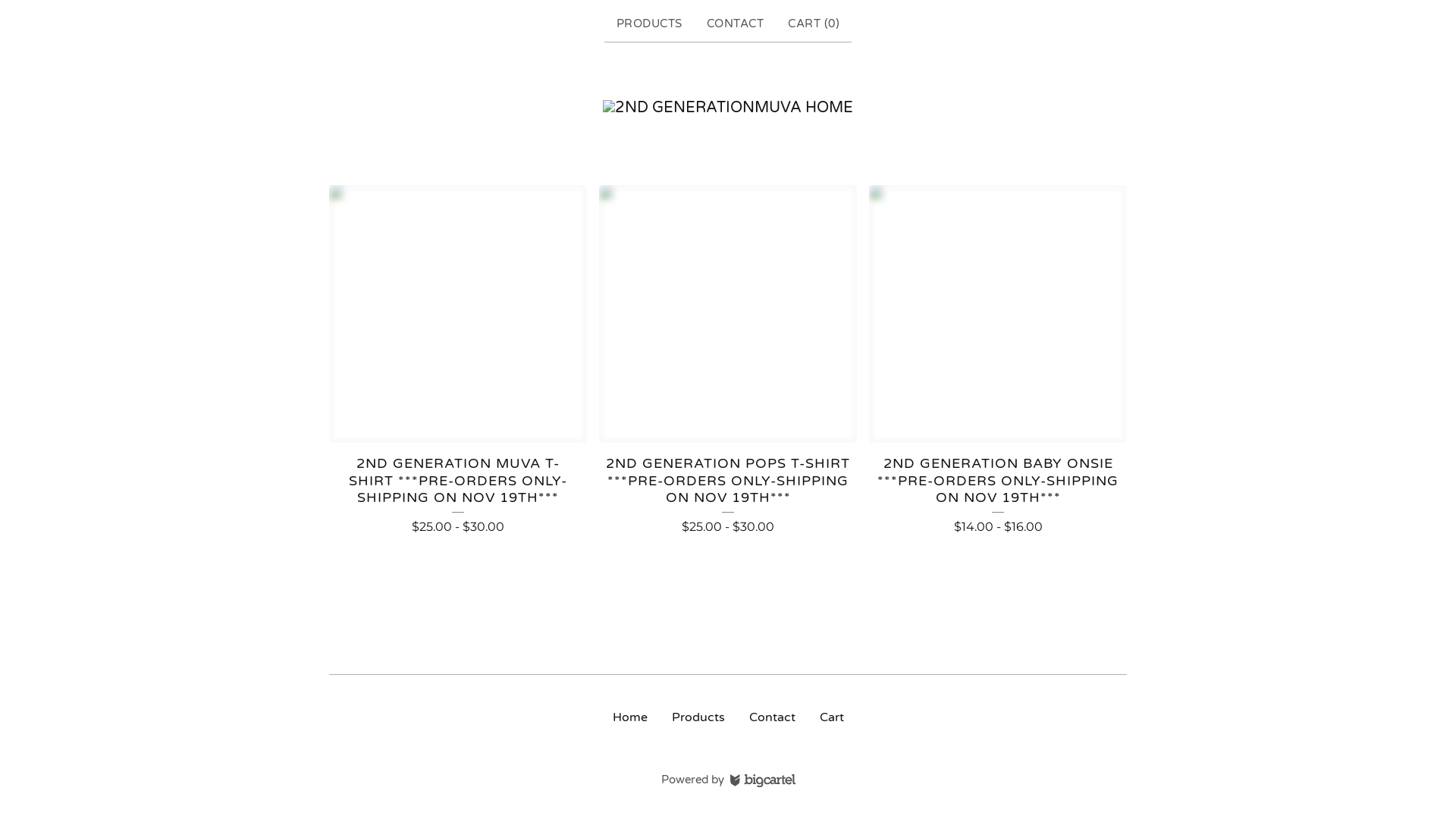 This screenshot has height=819, width=1456. Describe the element at coordinates (629, 717) in the screenshot. I see `'Home'` at that location.